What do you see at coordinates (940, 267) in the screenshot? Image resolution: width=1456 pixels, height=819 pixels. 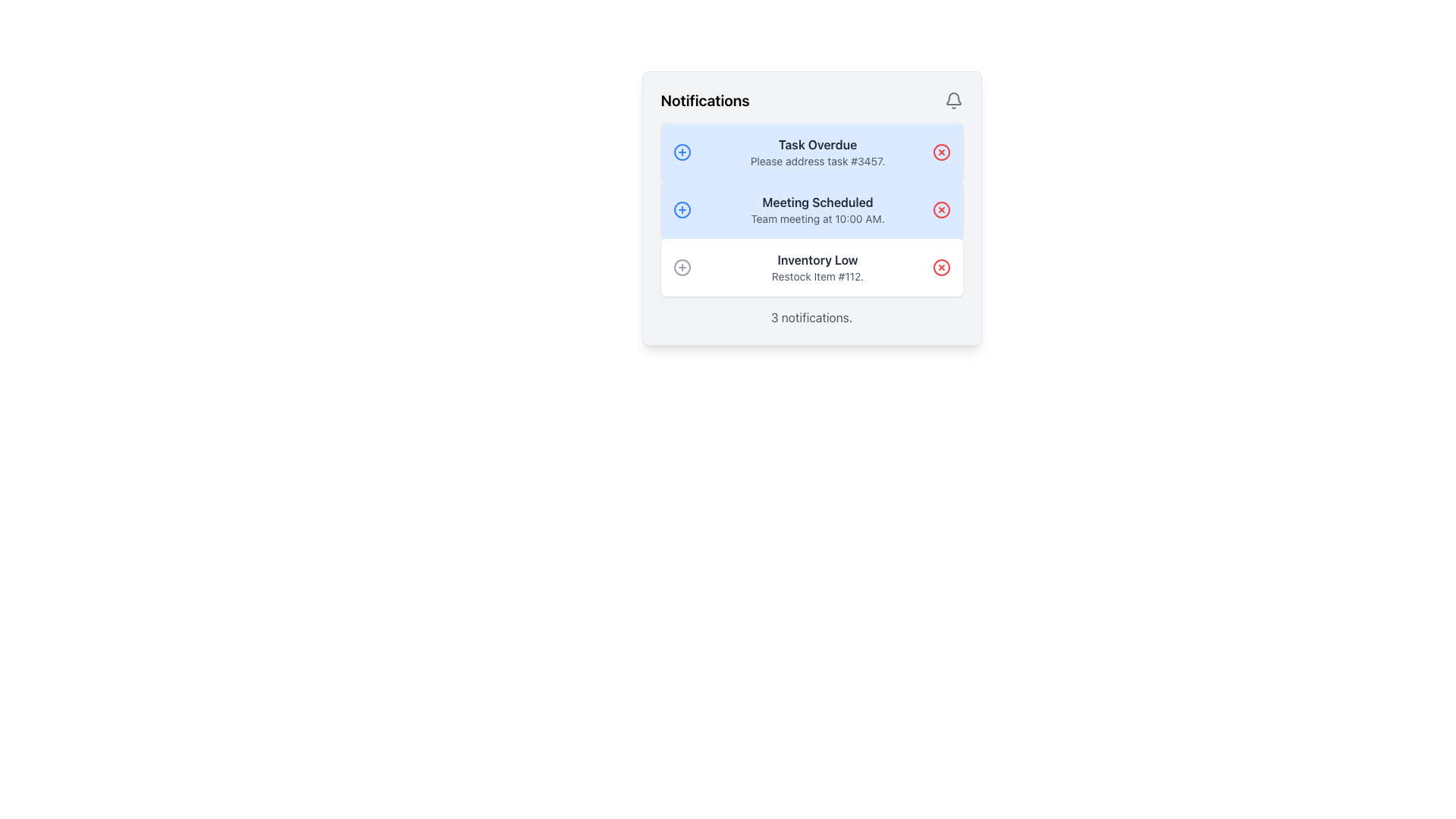 I see `the button located in the top-right corner of the 'Inventory Low' notification card` at bounding box center [940, 267].